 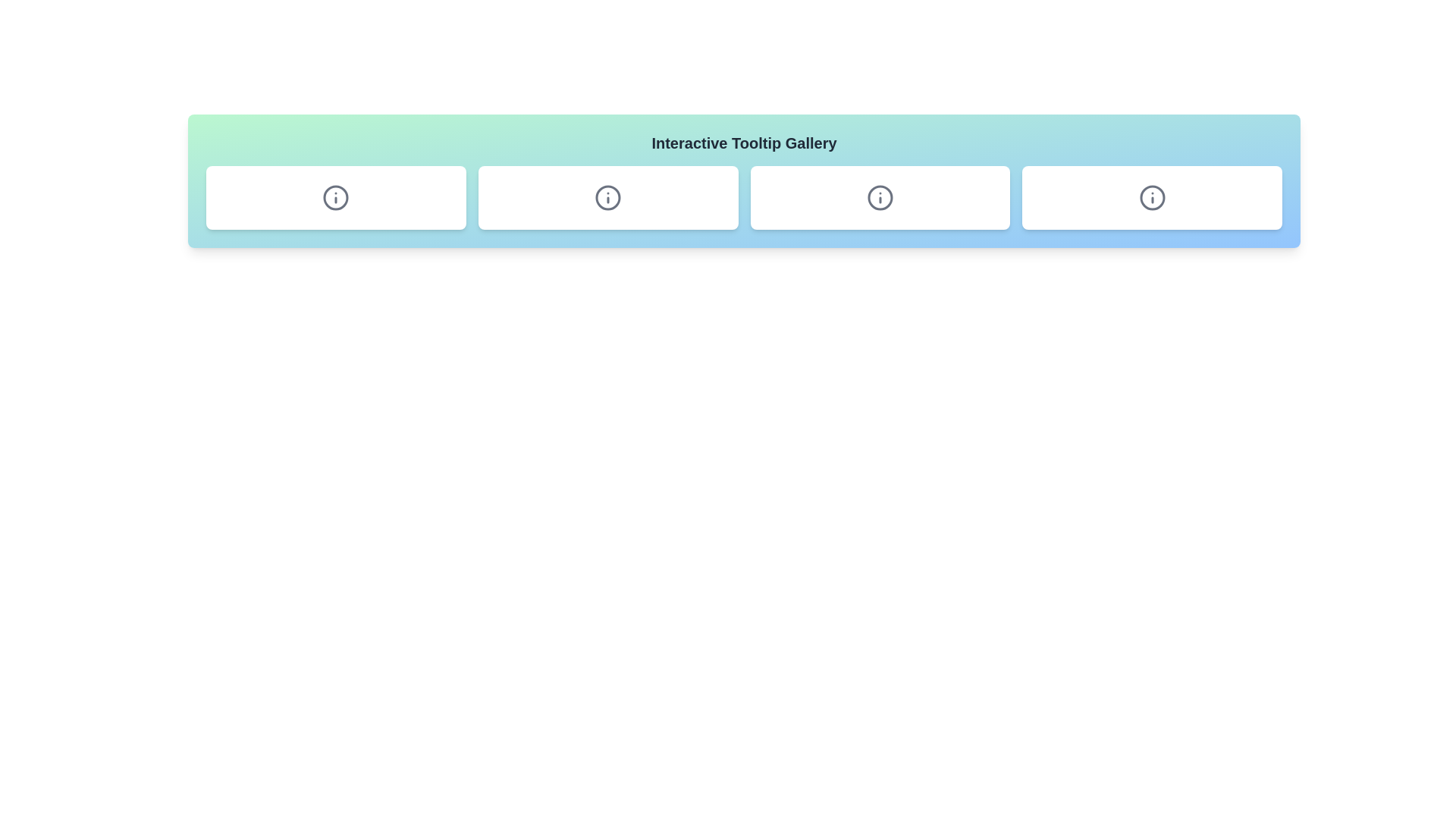 I want to click on the Circle element in the SVG graphic, which is centrally positioned in the second panel from the left and signifies information with its minimalistic design, so click(x=335, y=197).